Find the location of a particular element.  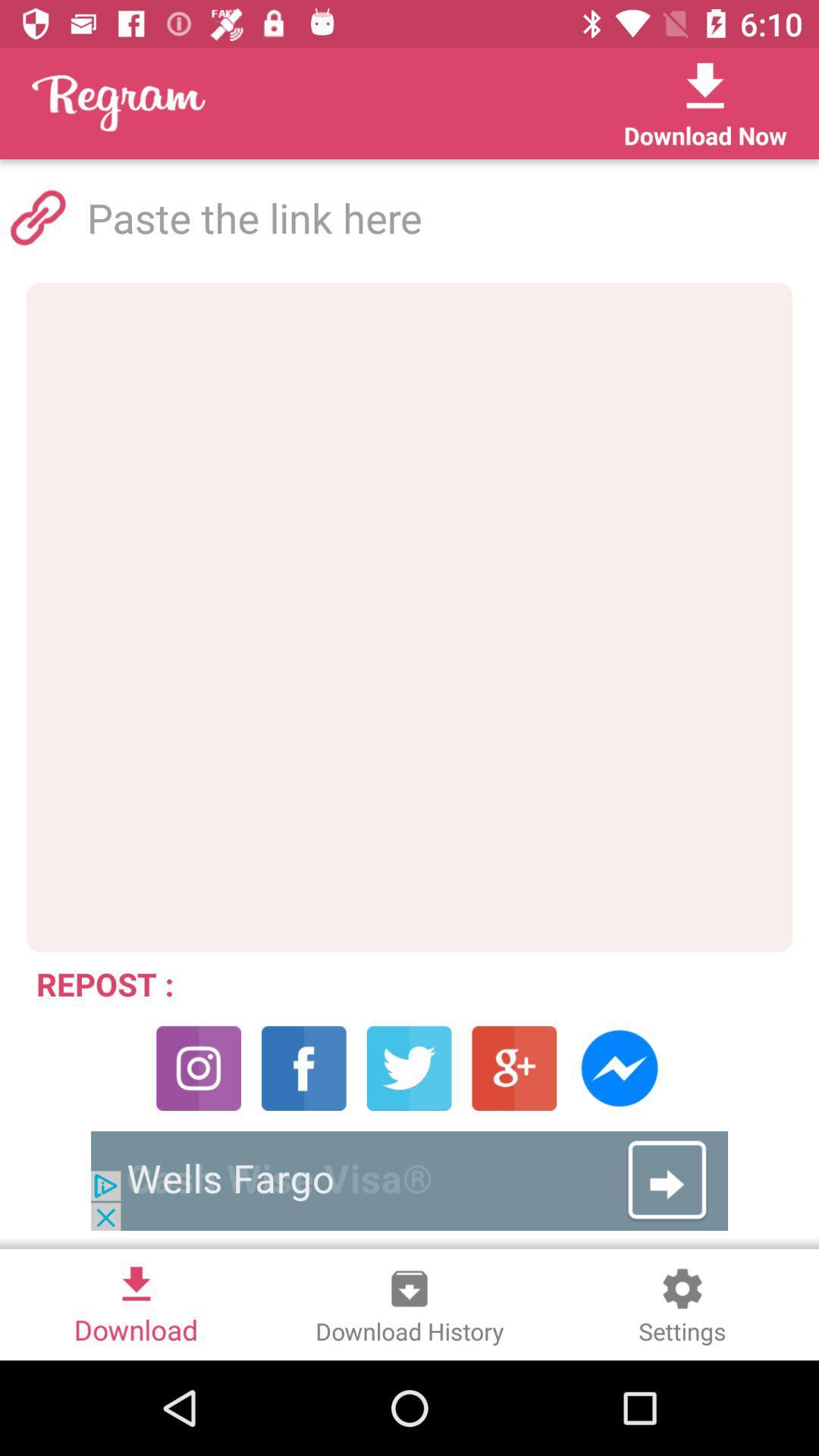

the facebook icon is located at coordinates (303, 1067).